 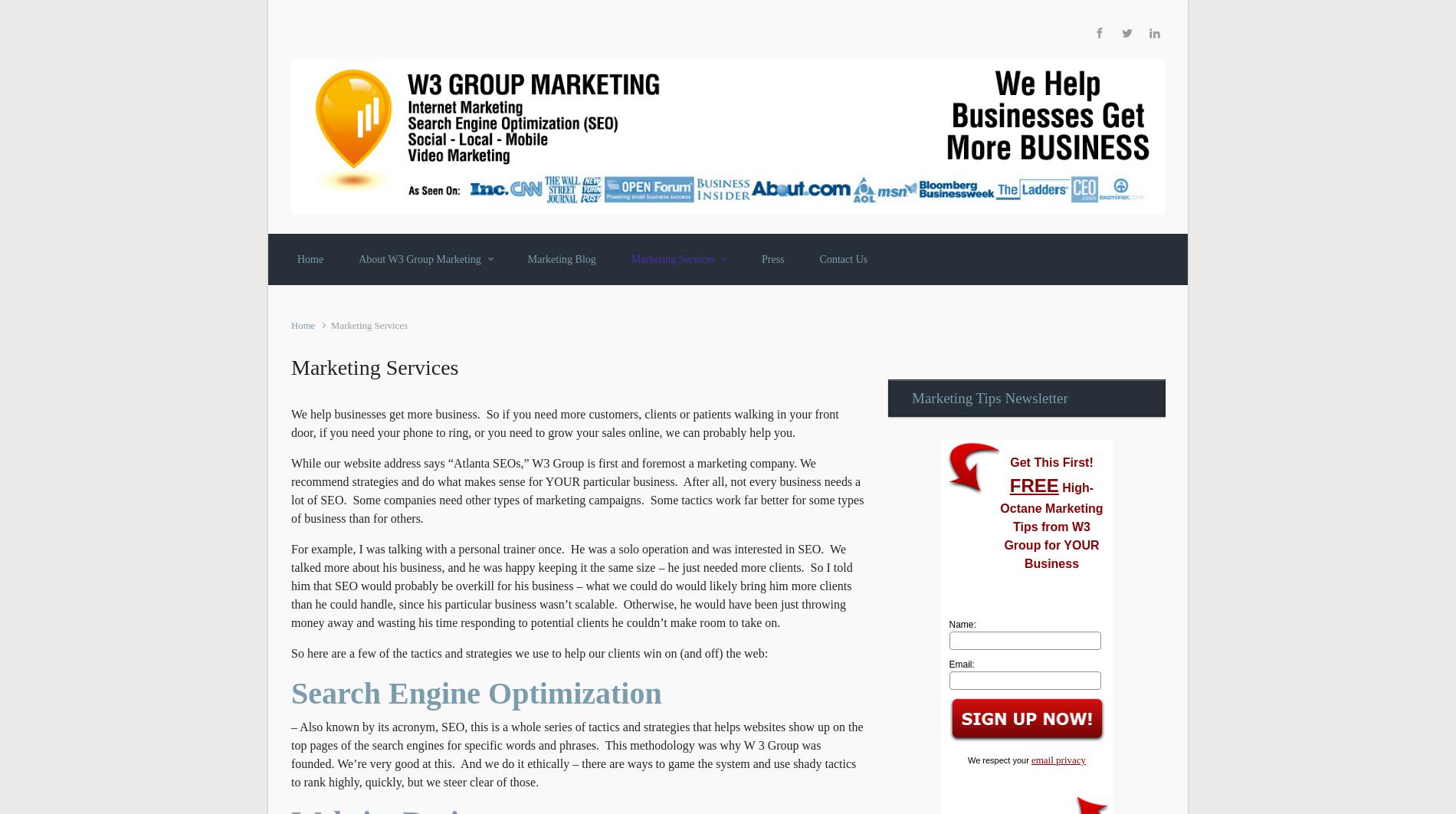 I want to click on 'Contact Us', so click(x=843, y=258).